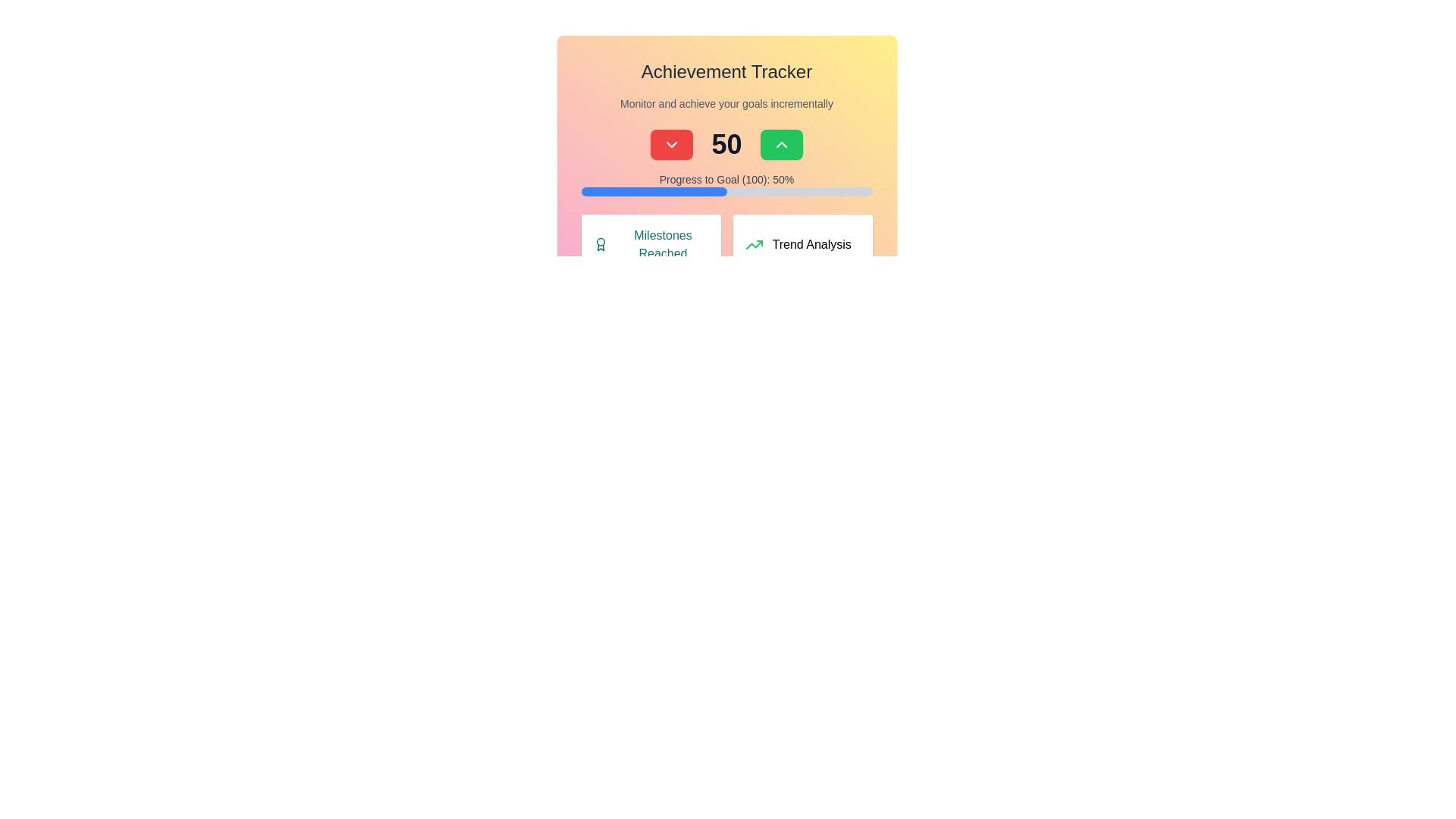  What do you see at coordinates (754, 244) in the screenshot?
I see `the green upwards arrow icon located next to the 'Trend Analysis' text, which symbolizes a positive trend, within the 'Trend Analysis' card` at bounding box center [754, 244].